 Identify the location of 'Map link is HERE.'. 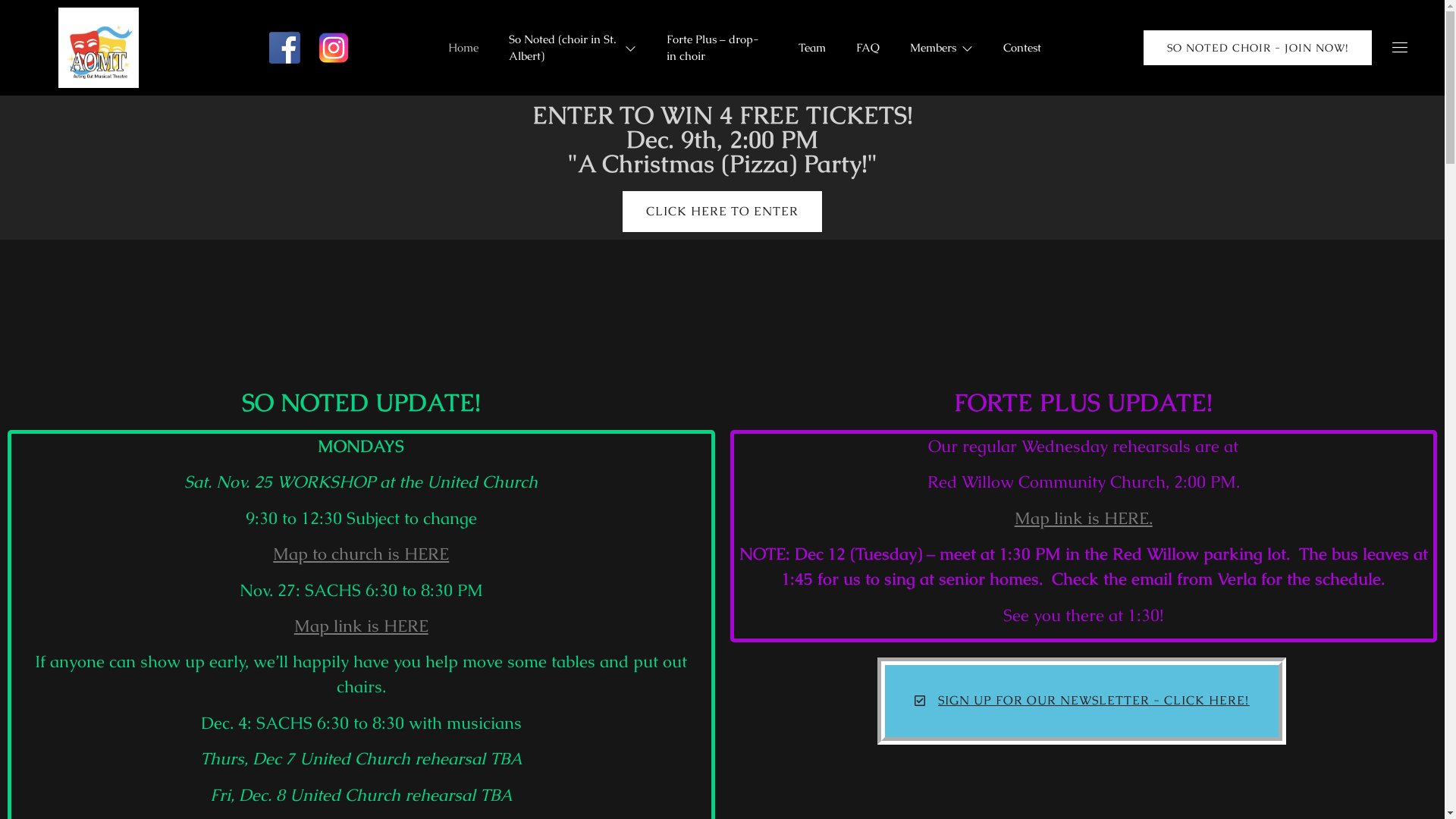
(1015, 517).